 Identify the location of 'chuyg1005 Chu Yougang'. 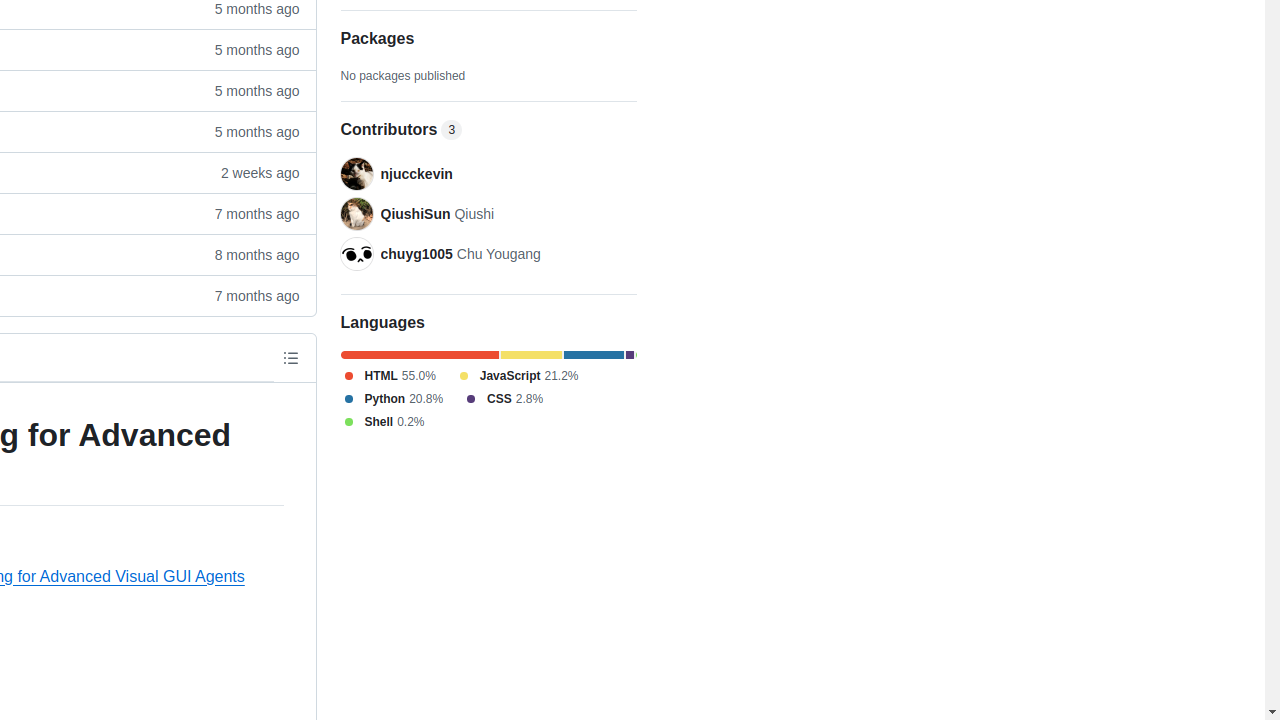
(459, 252).